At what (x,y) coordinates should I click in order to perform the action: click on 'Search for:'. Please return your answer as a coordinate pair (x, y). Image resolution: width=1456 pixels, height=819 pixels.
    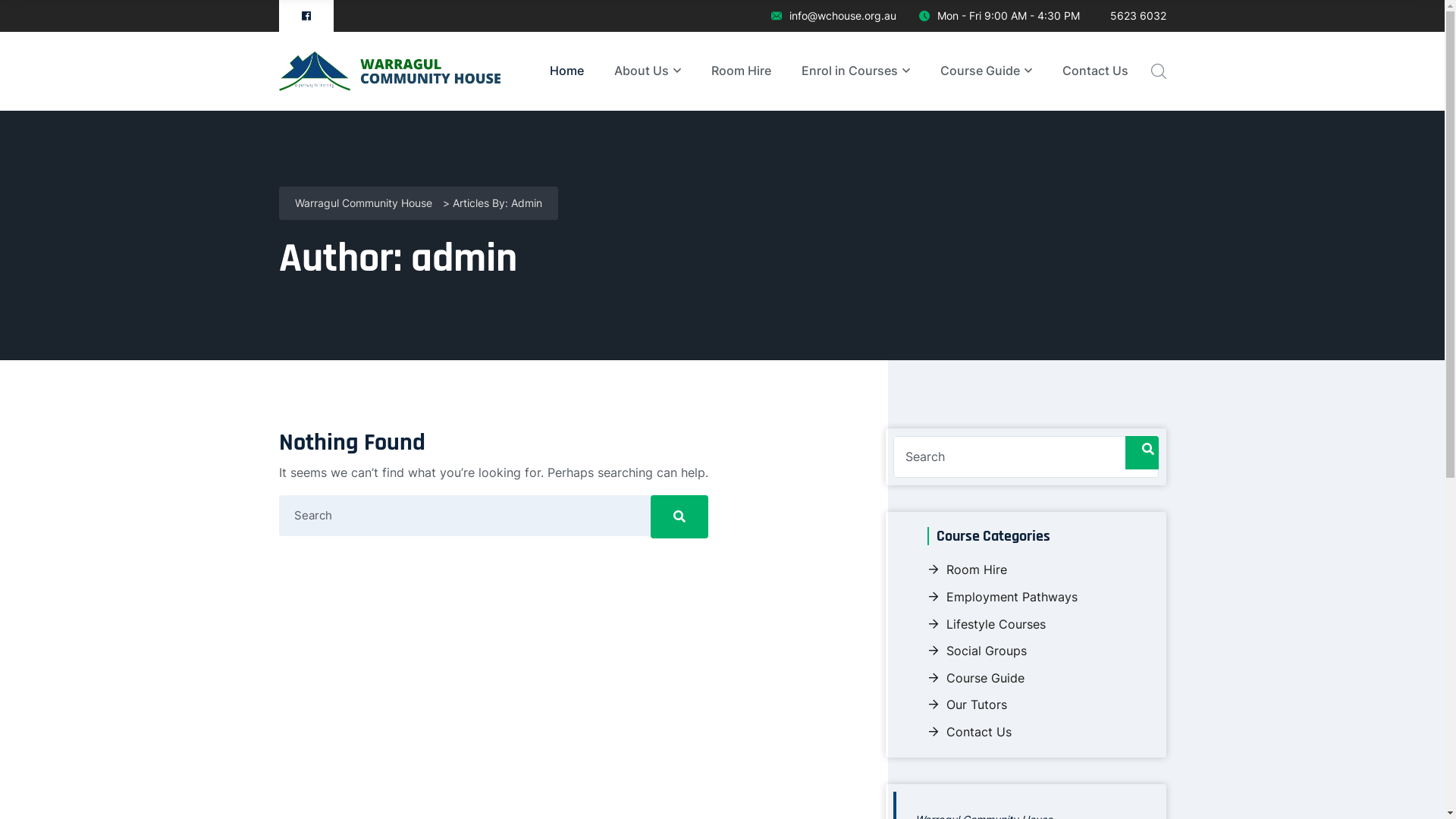
    Looking at the image, I should click on (494, 514).